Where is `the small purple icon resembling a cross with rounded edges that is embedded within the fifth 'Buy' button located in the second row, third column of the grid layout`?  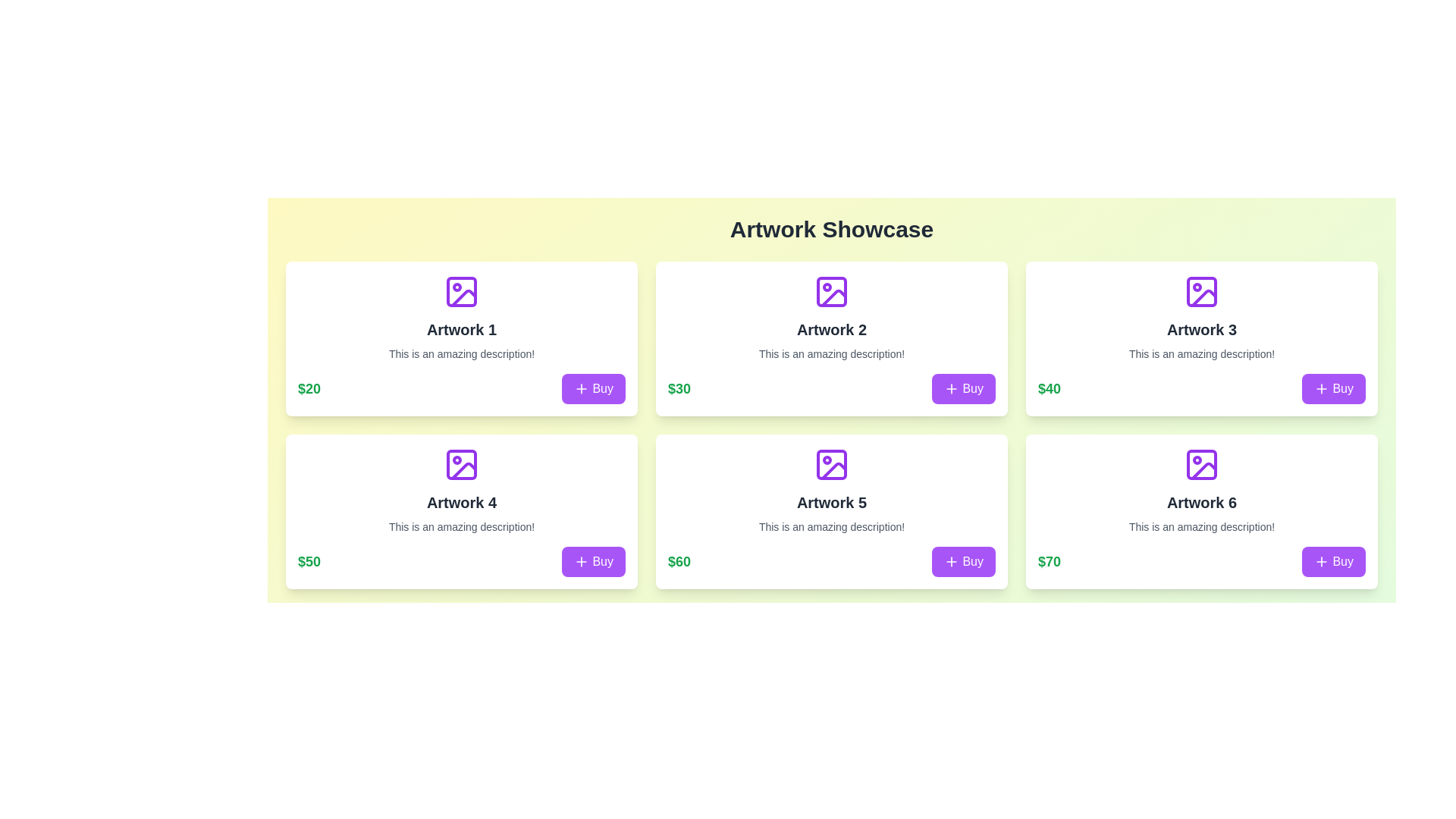 the small purple icon resembling a cross with rounded edges that is embedded within the fifth 'Buy' button located in the second row, third column of the grid layout is located at coordinates (951, 561).